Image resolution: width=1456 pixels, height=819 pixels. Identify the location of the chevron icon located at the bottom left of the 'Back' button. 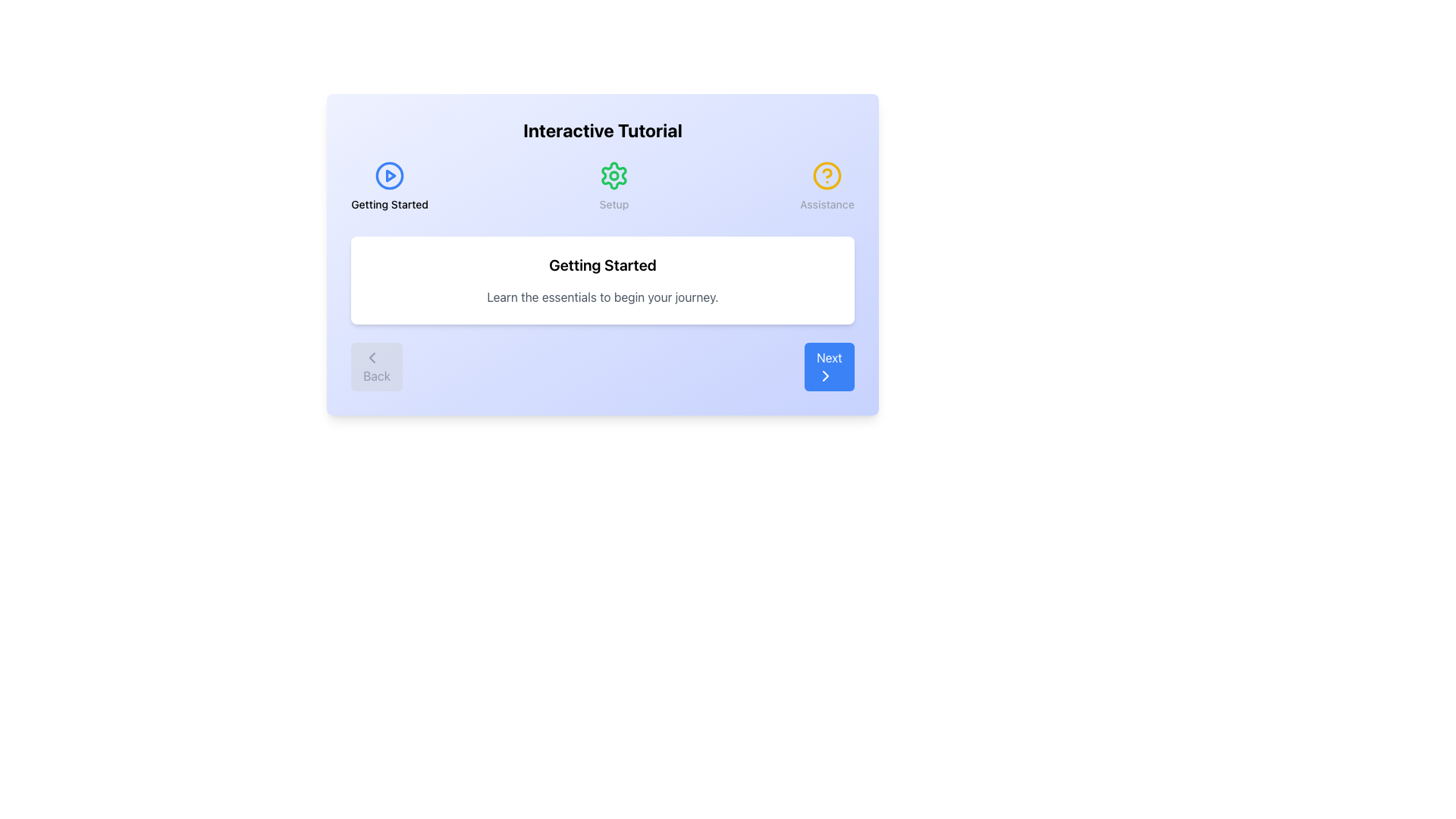
(372, 357).